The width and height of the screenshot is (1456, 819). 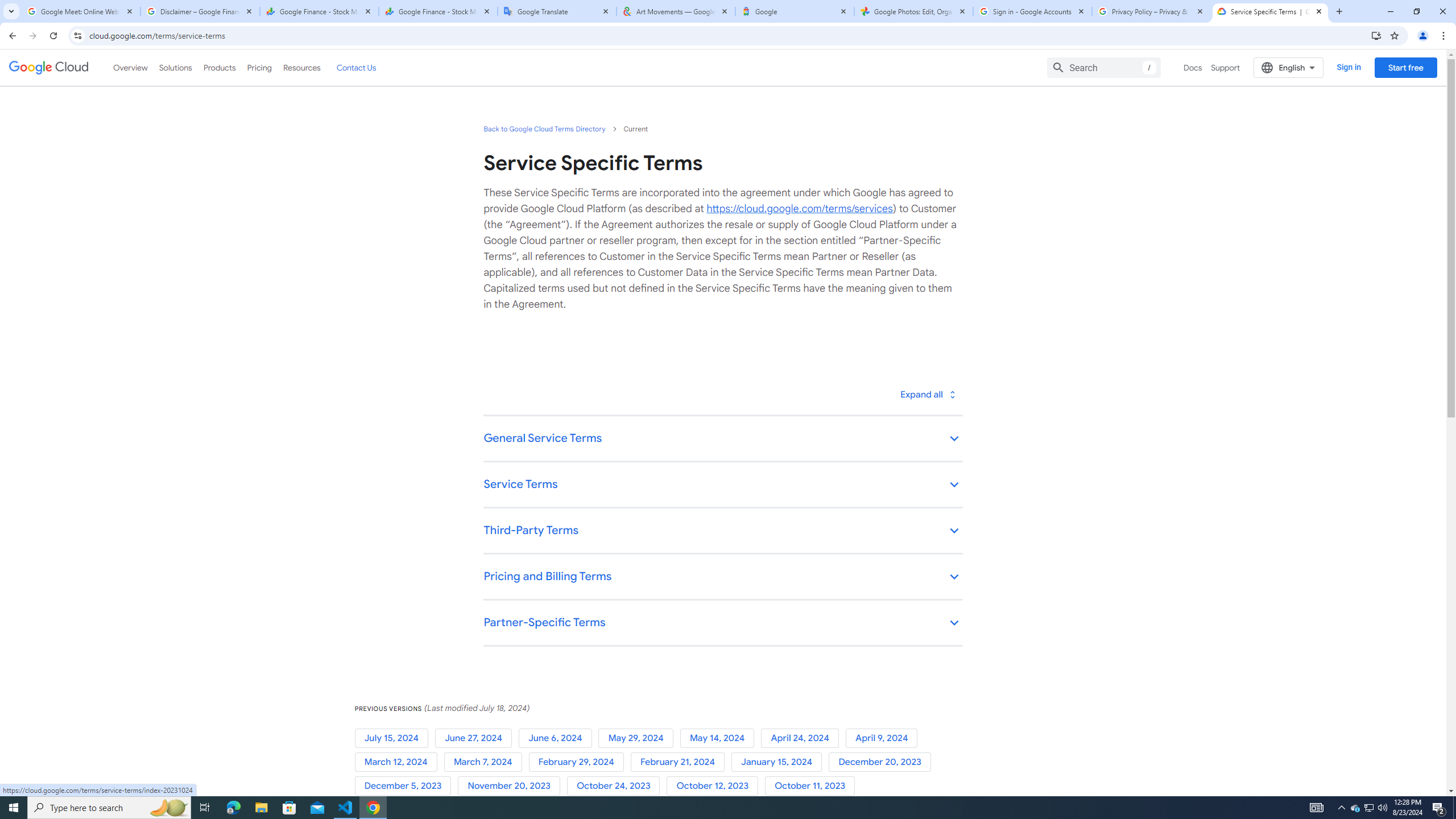 What do you see at coordinates (175, 67) in the screenshot?
I see `'Solutions'` at bounding box center [175, 67].